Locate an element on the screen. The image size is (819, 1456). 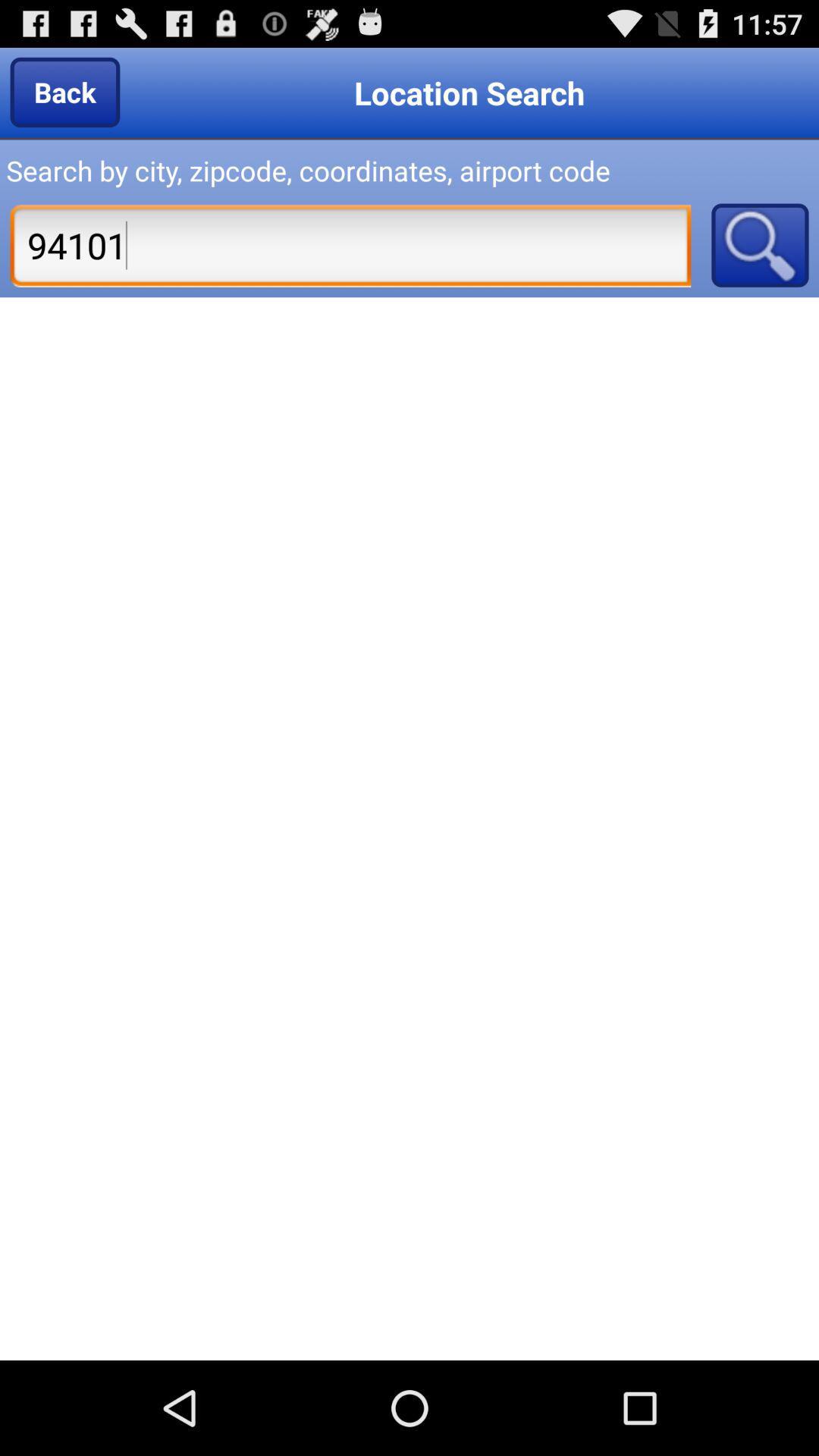
the search icon is located at coordinates (760, 262).